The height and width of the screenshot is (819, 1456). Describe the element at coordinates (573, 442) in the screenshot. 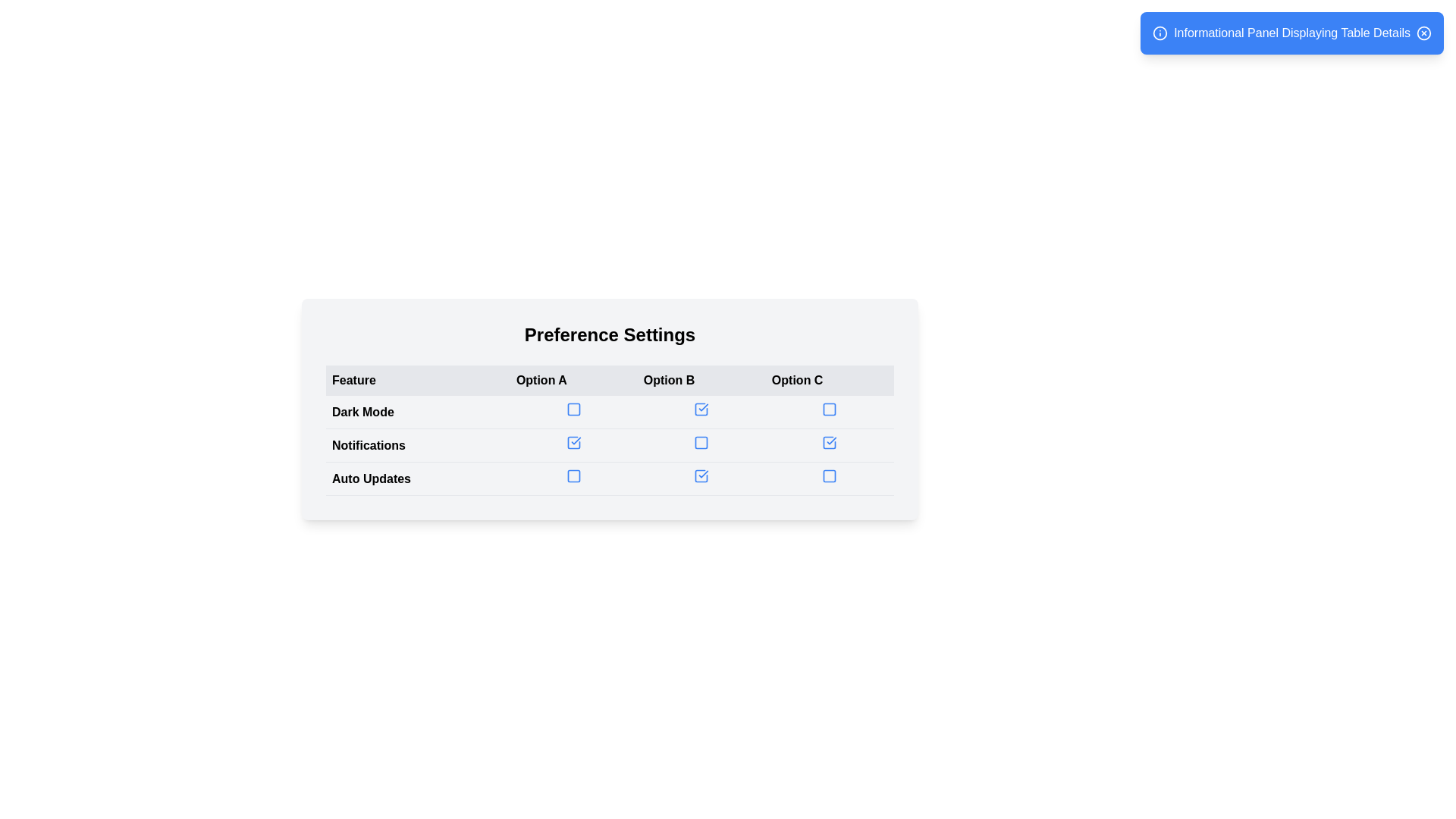

I see `the checked checkbox in the 'Notifications' row and 'Option A' column` at that location.